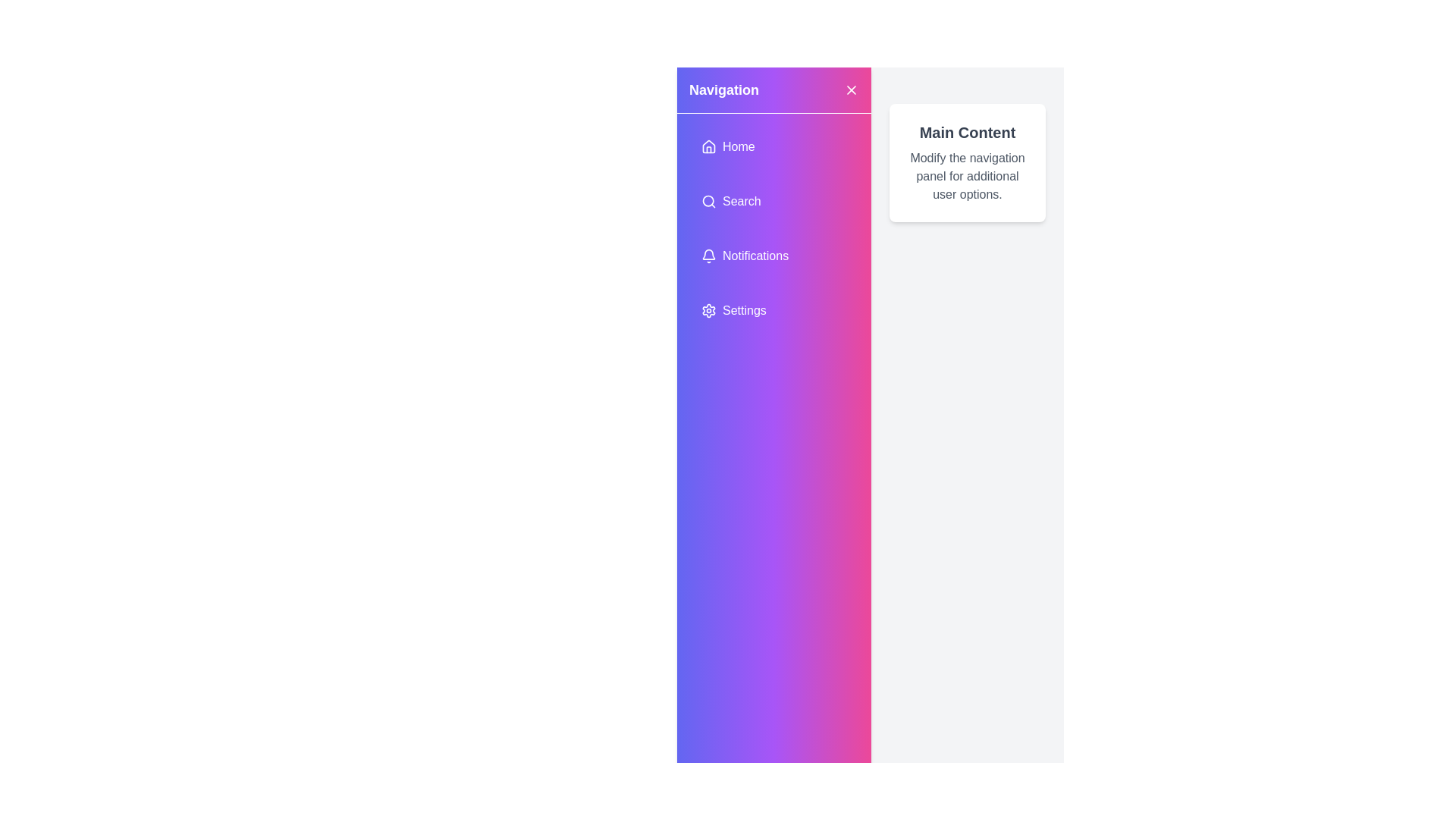  I want to click on the gear icon in the navigation menu that indicates settings, located at the bottom adjacent to the 'Settings' label, so click(708, 309).